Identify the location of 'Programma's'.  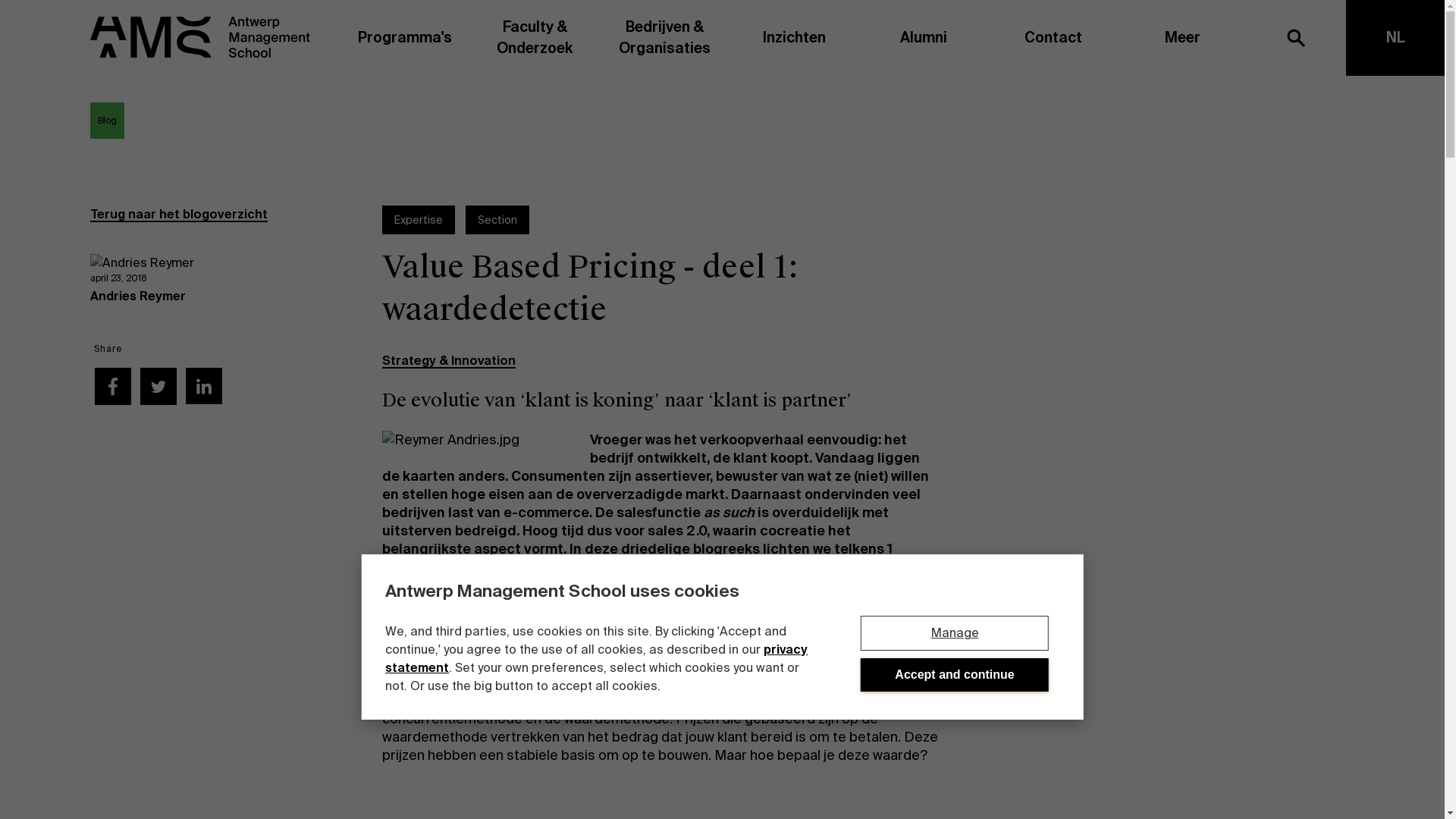
(405, 37).